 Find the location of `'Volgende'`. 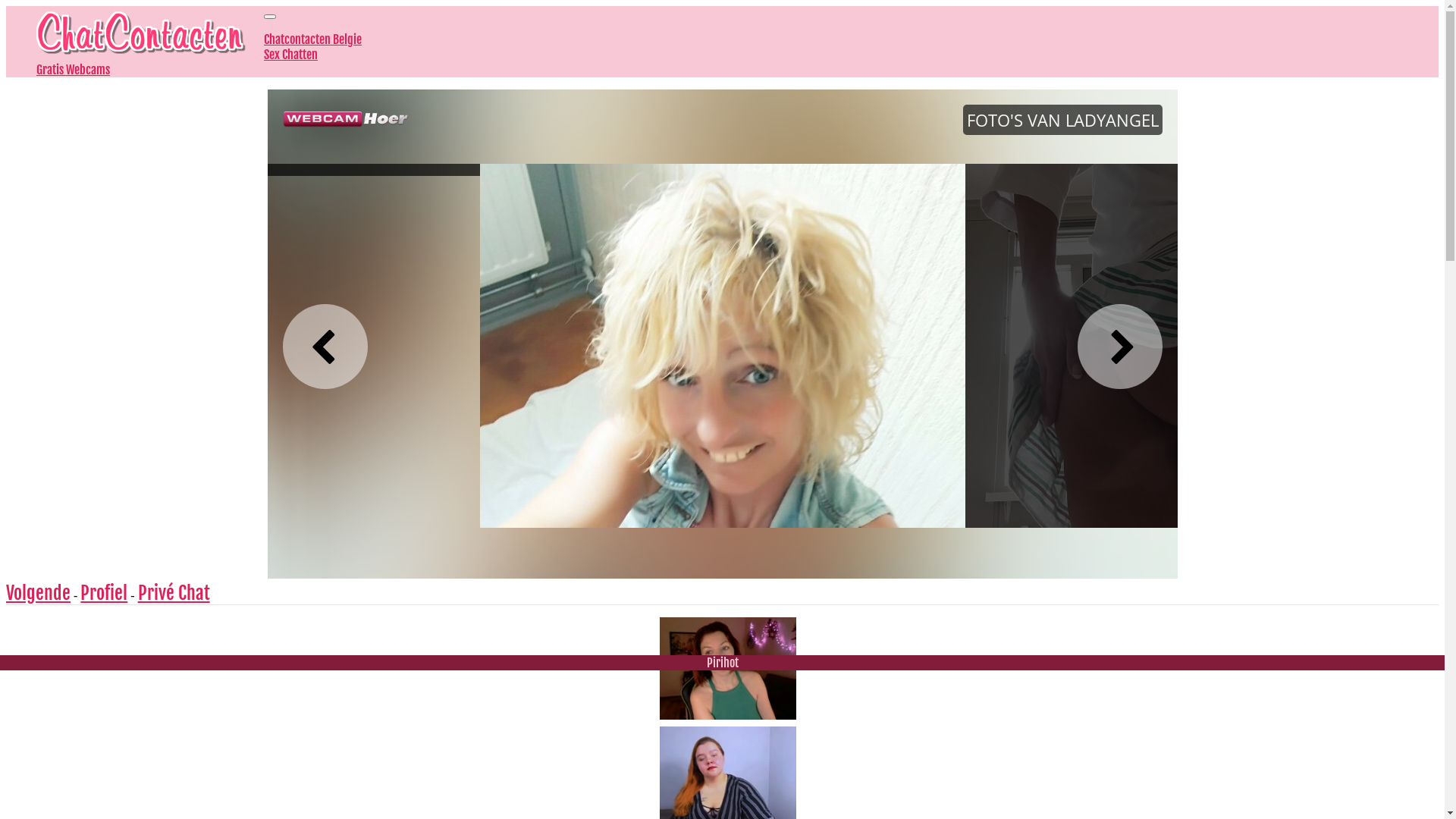

'Volgende' is located at coordinates (38, 592).